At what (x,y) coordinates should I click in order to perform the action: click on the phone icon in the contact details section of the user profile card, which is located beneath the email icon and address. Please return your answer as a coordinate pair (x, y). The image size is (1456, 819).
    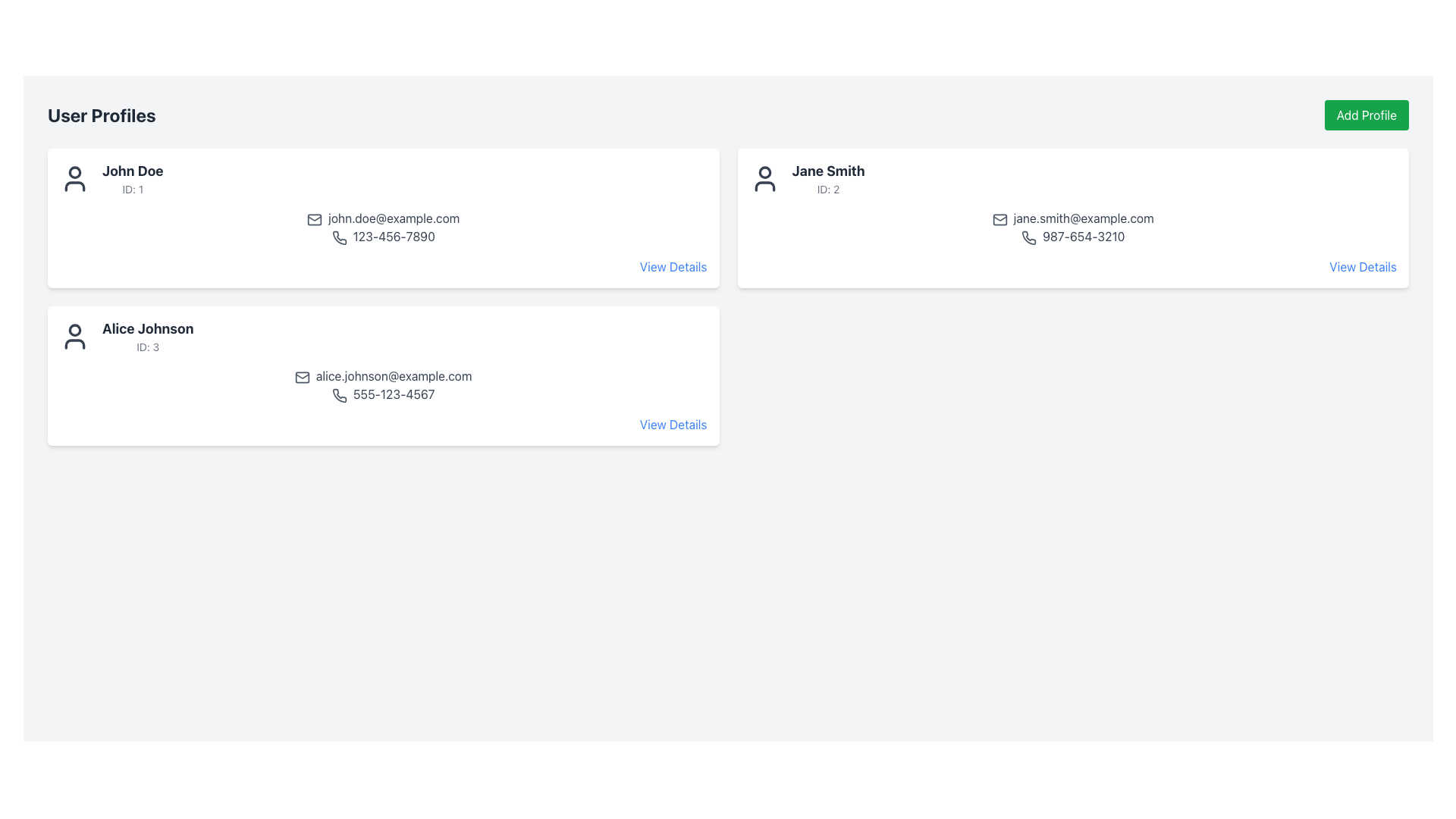
    Looking at the image, I should click on (338, 237).